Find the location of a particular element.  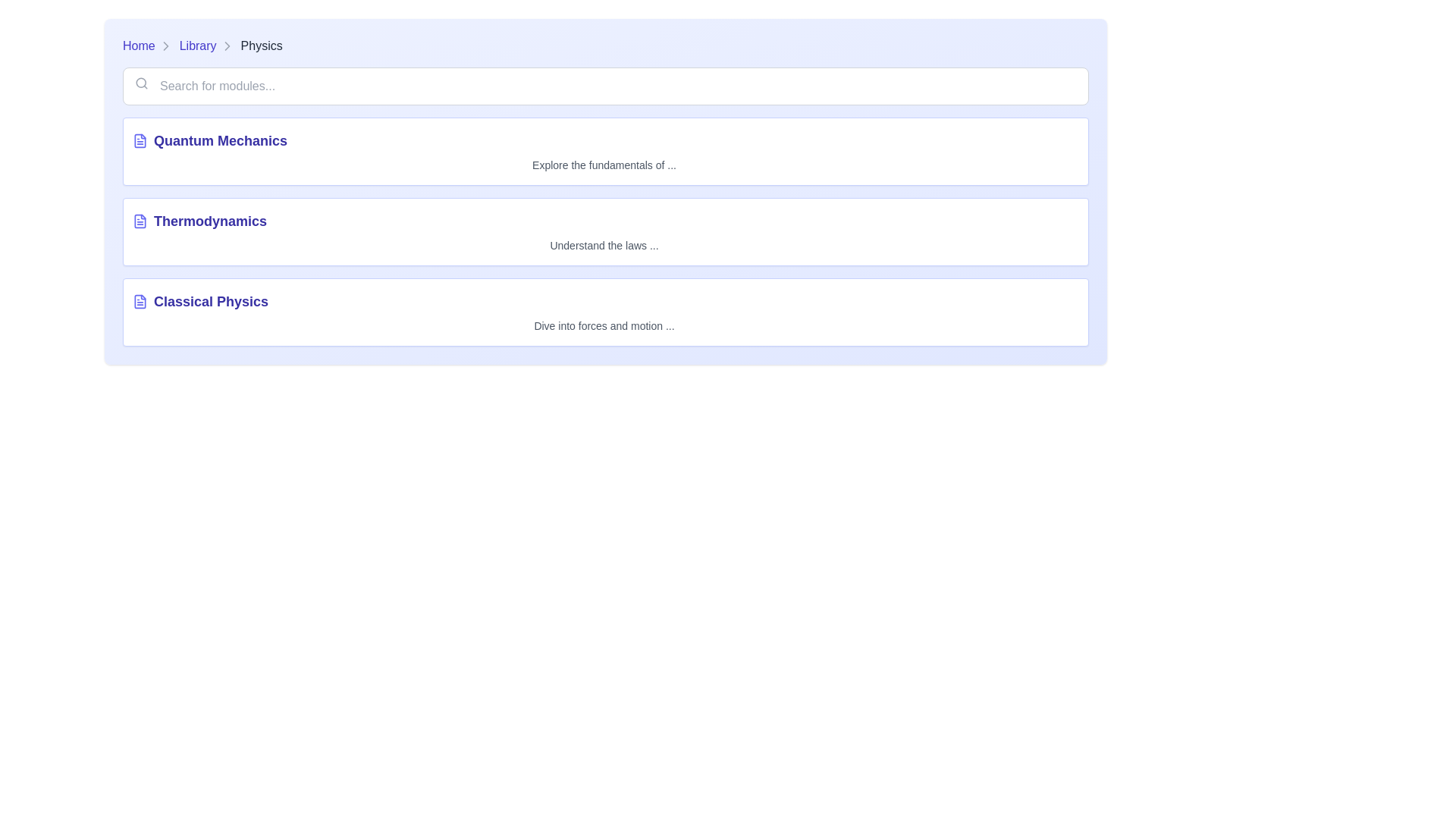

text of the 'Thermodynamics' label, which is positioned below the 'Quantum Mechanics' title and above the 'Classical Physics' title in the vertically stacked list is located at coordinates (209, 221).